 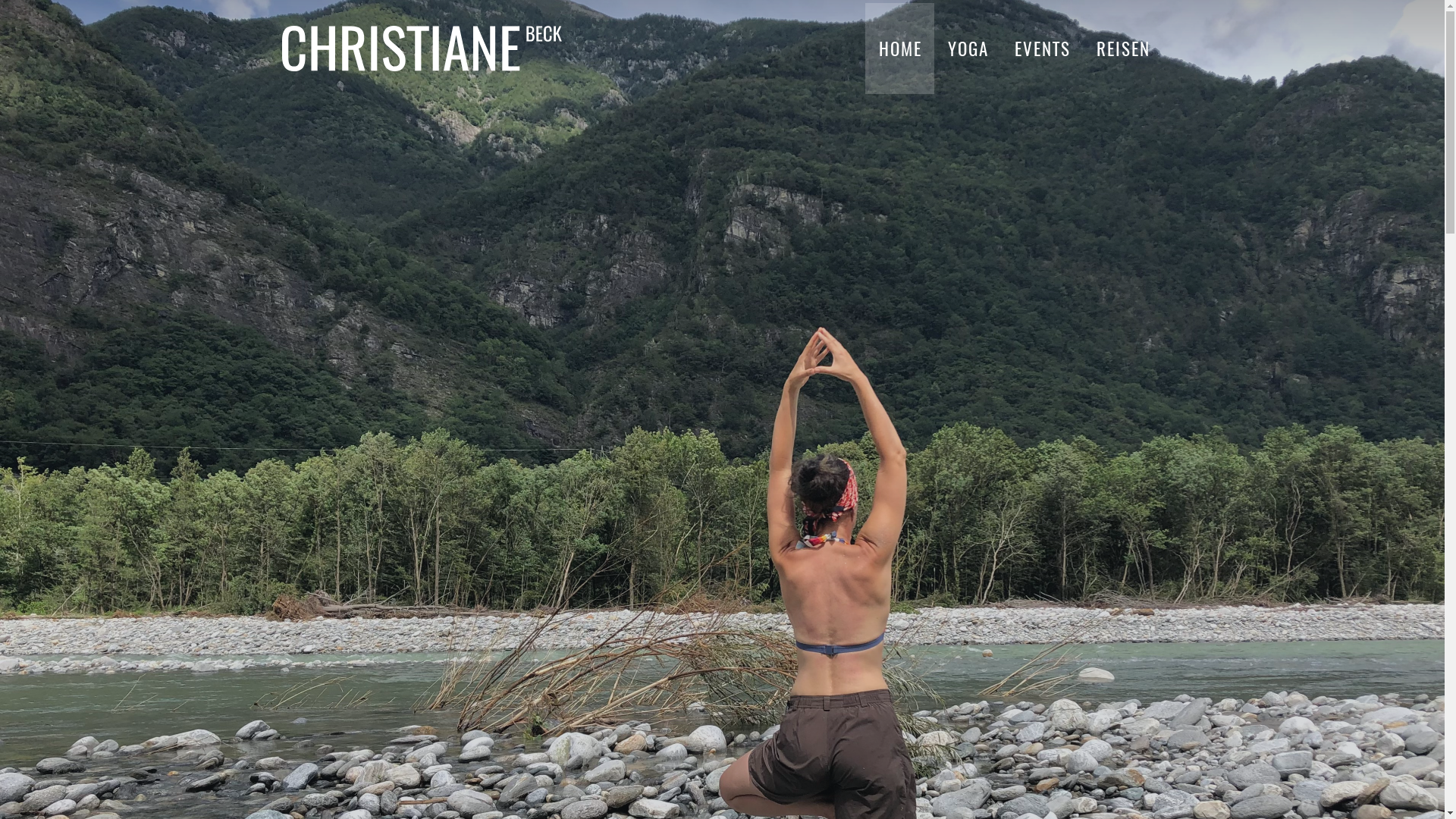 What do you see at coordinates (899, 48) in the screenshot?
I see `'HOME'` at bounding box center [899, 48].